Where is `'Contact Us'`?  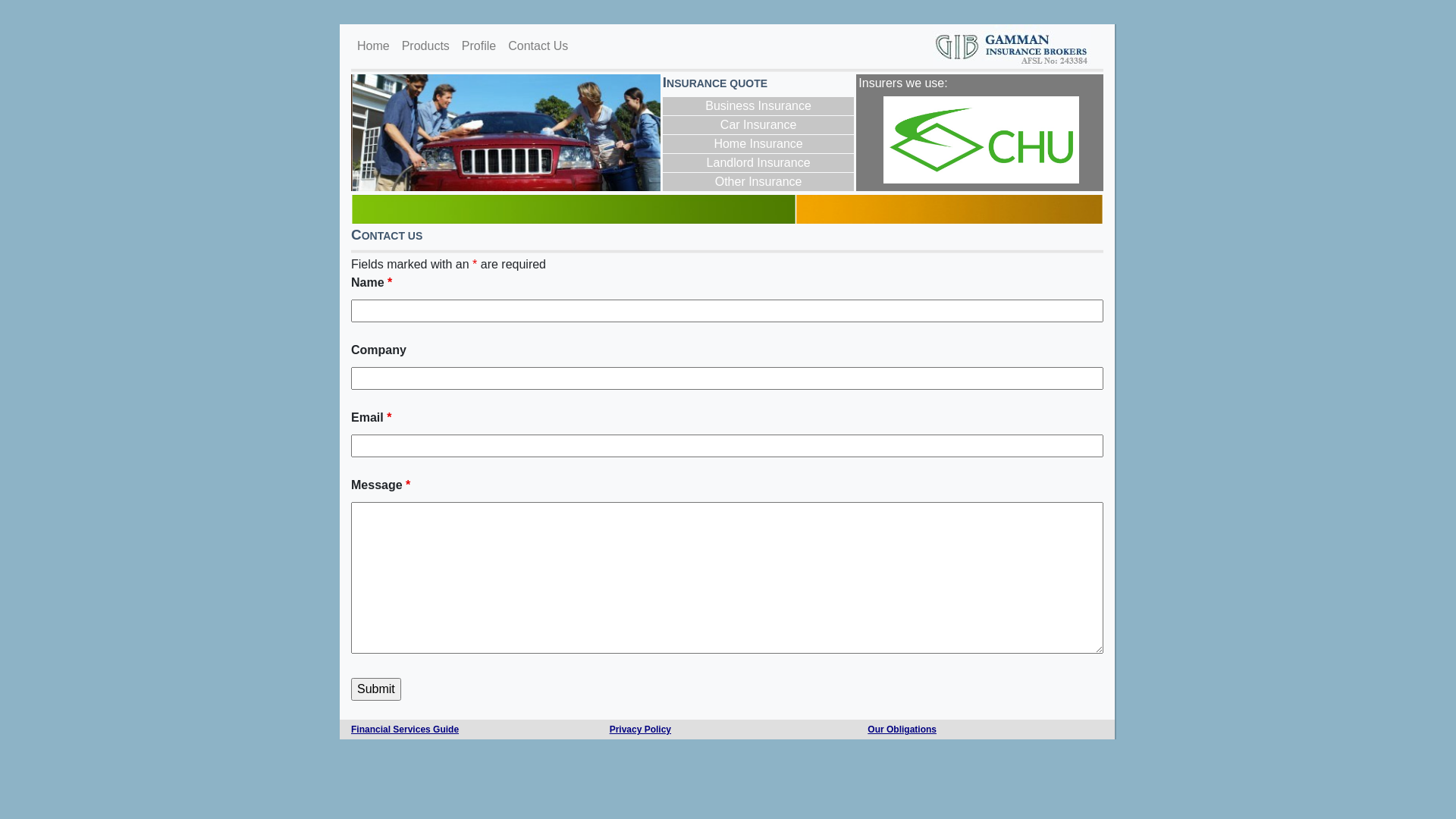
'Contact Us' is located at coordinates (538, 45).